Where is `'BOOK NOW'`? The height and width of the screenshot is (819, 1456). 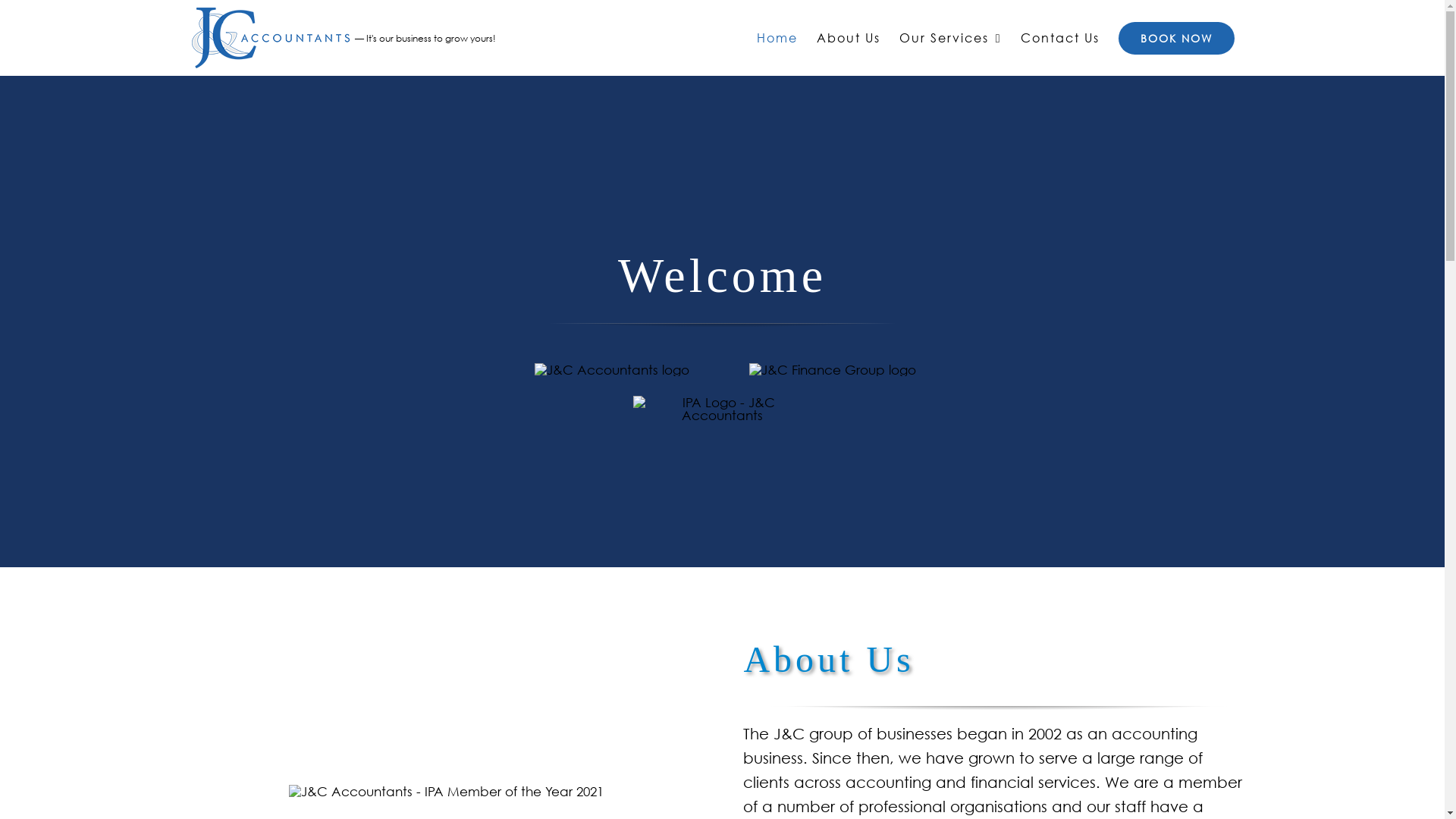 'BOOK NOW' is located at coordinates (1175, 37).